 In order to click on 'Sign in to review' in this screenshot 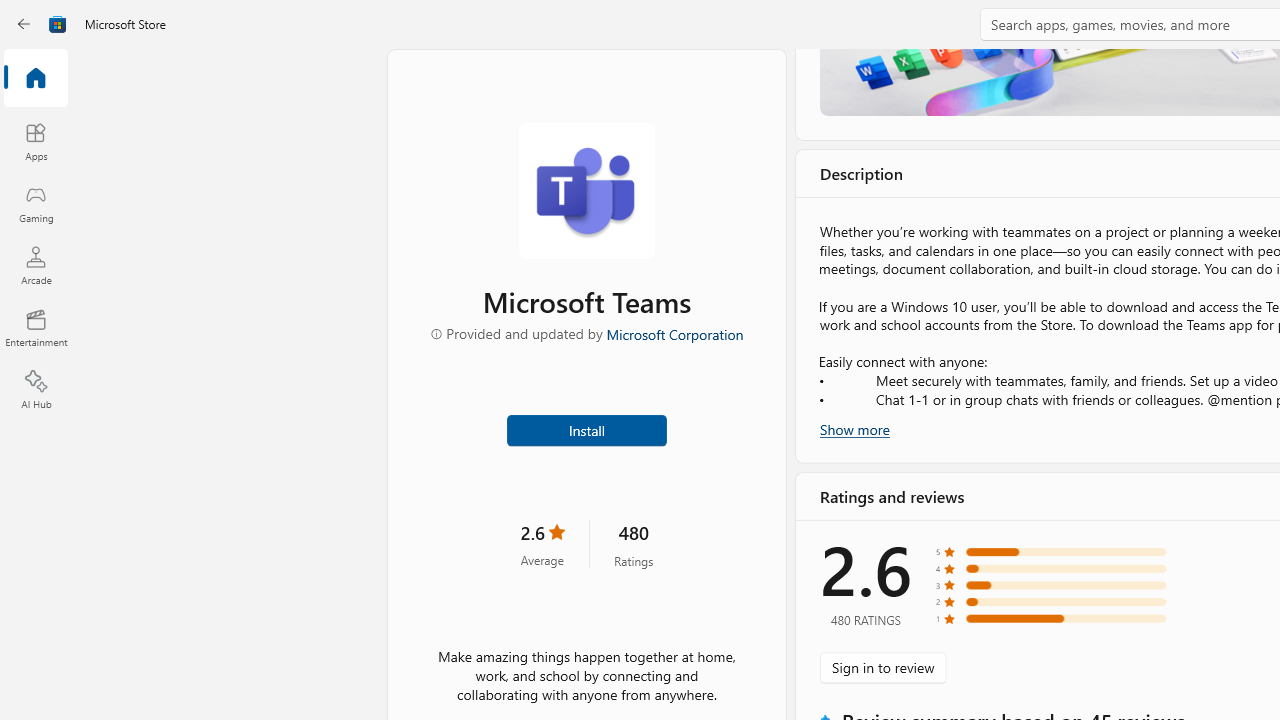, I will do `click(882, 667)`.